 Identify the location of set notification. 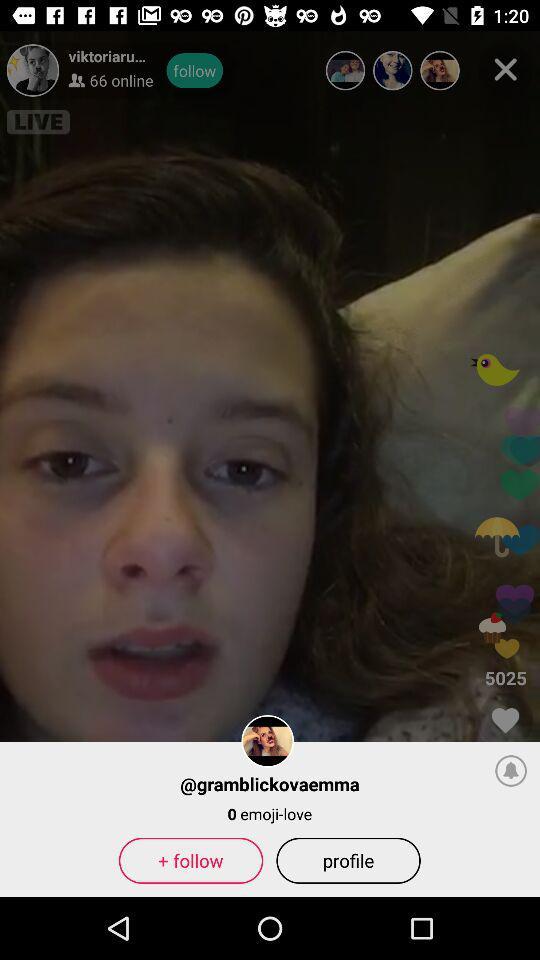
(511, 769).